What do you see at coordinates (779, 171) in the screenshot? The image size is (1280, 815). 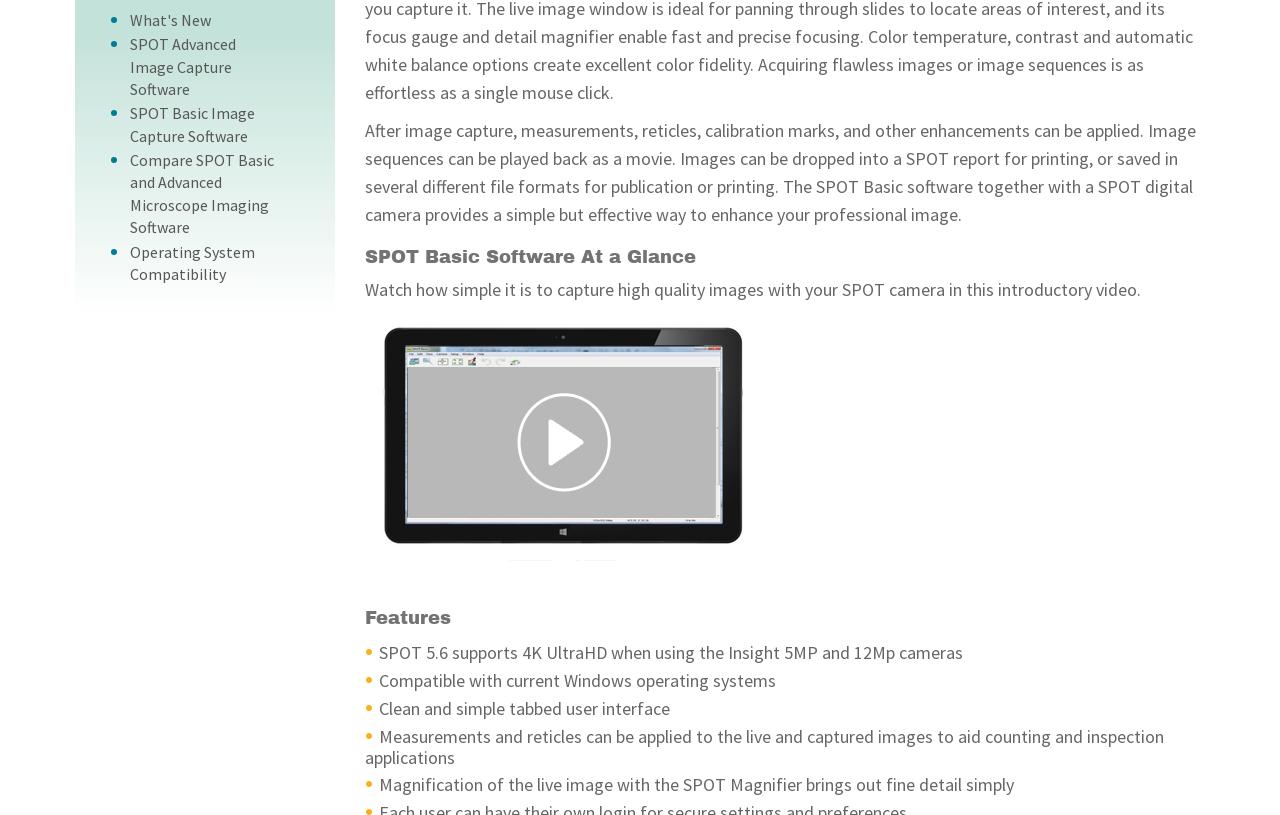 I see `'After image capture, measurements, reticles, calibration marks, and other enhancements can be applied. Image sequences can be played back as a movie. Images can be dropped into a SPOT report for printing, or saved in several different file formats for publication or printing. The SPOT Basic software together with a SPOT digital camera provides a simple but effective way to enhance your professional image.'` at bounding box center [779, 171].